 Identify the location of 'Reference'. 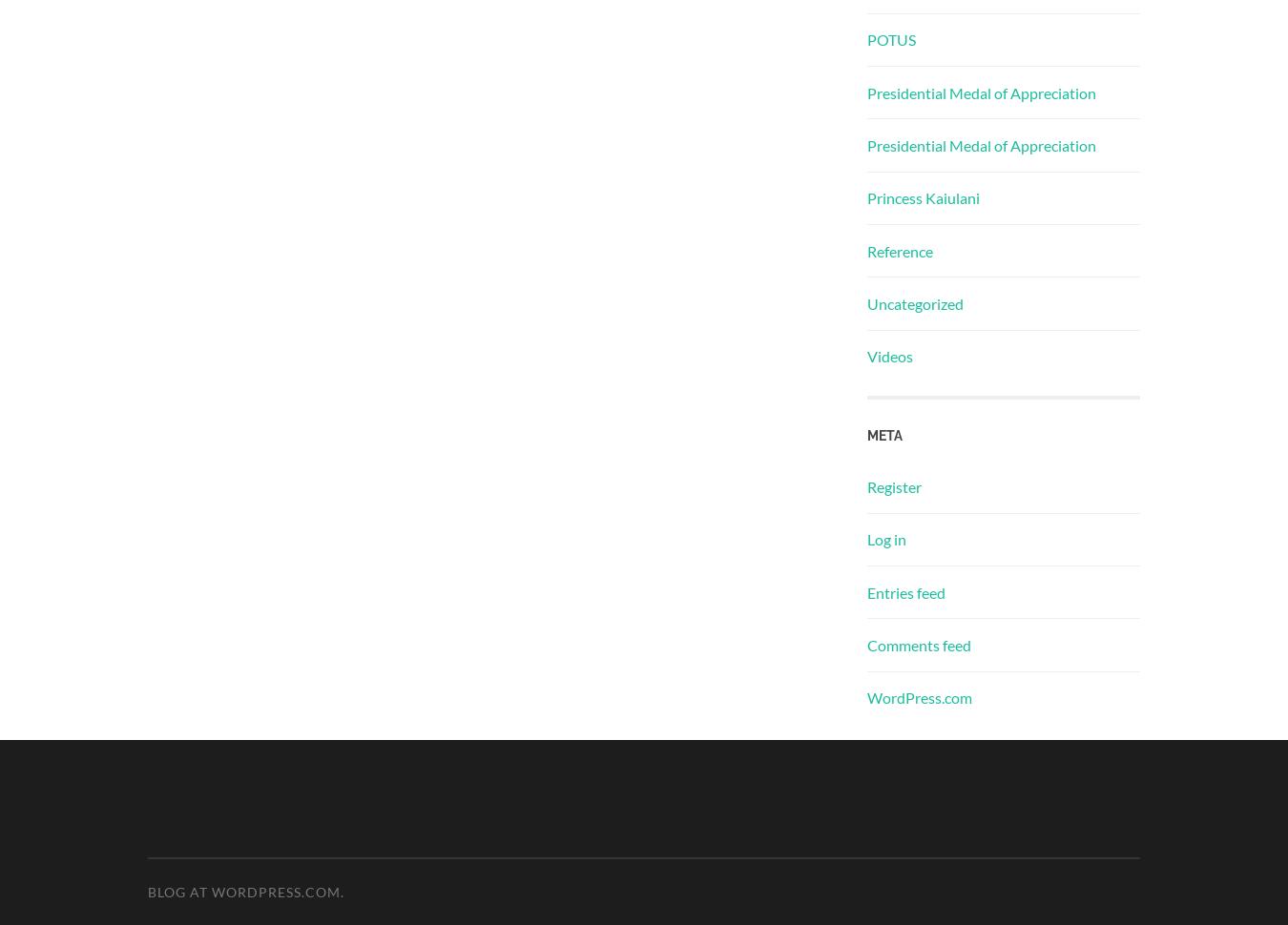
(899, 249).